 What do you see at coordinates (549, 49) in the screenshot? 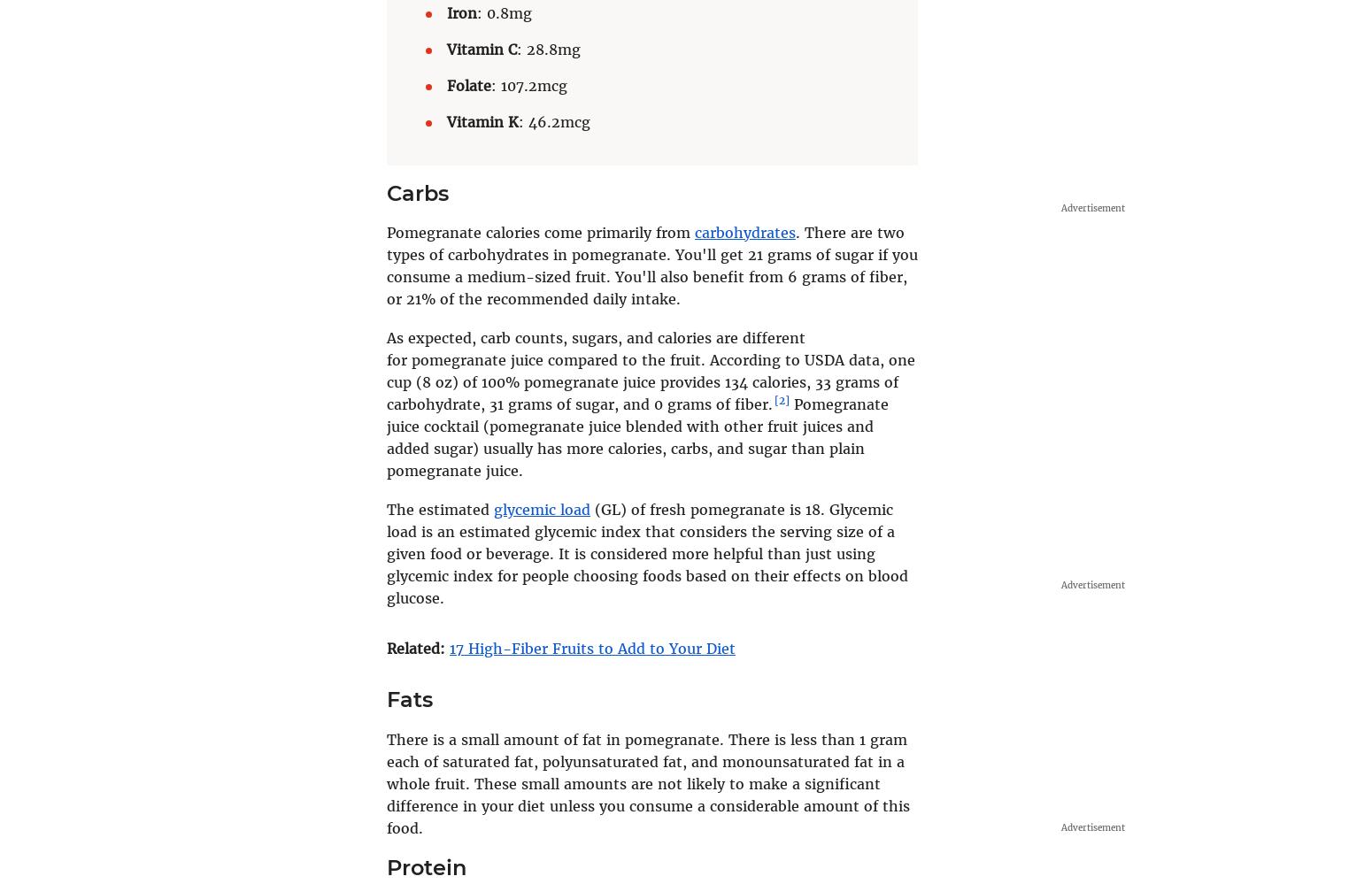
I see `': 28.8mg'` at bounding box center [549, 49].